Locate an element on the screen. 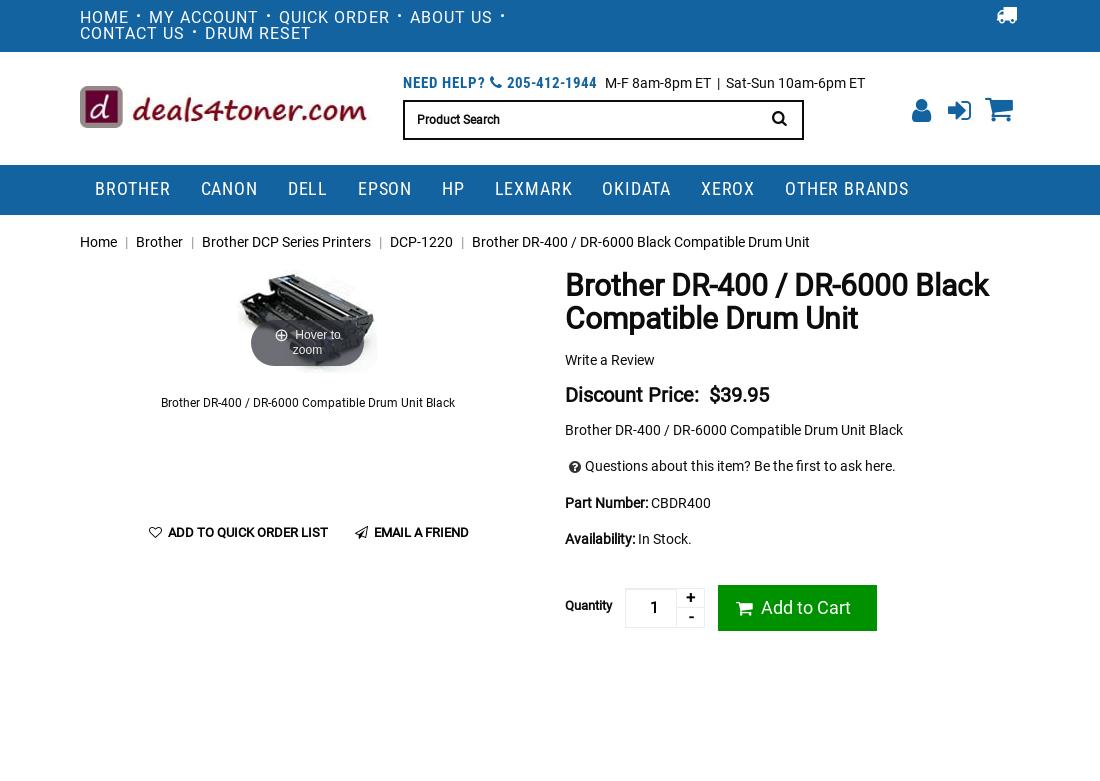 The image size is (1100, 781). 'Add to Cart' is located at coordinates (803, 606).